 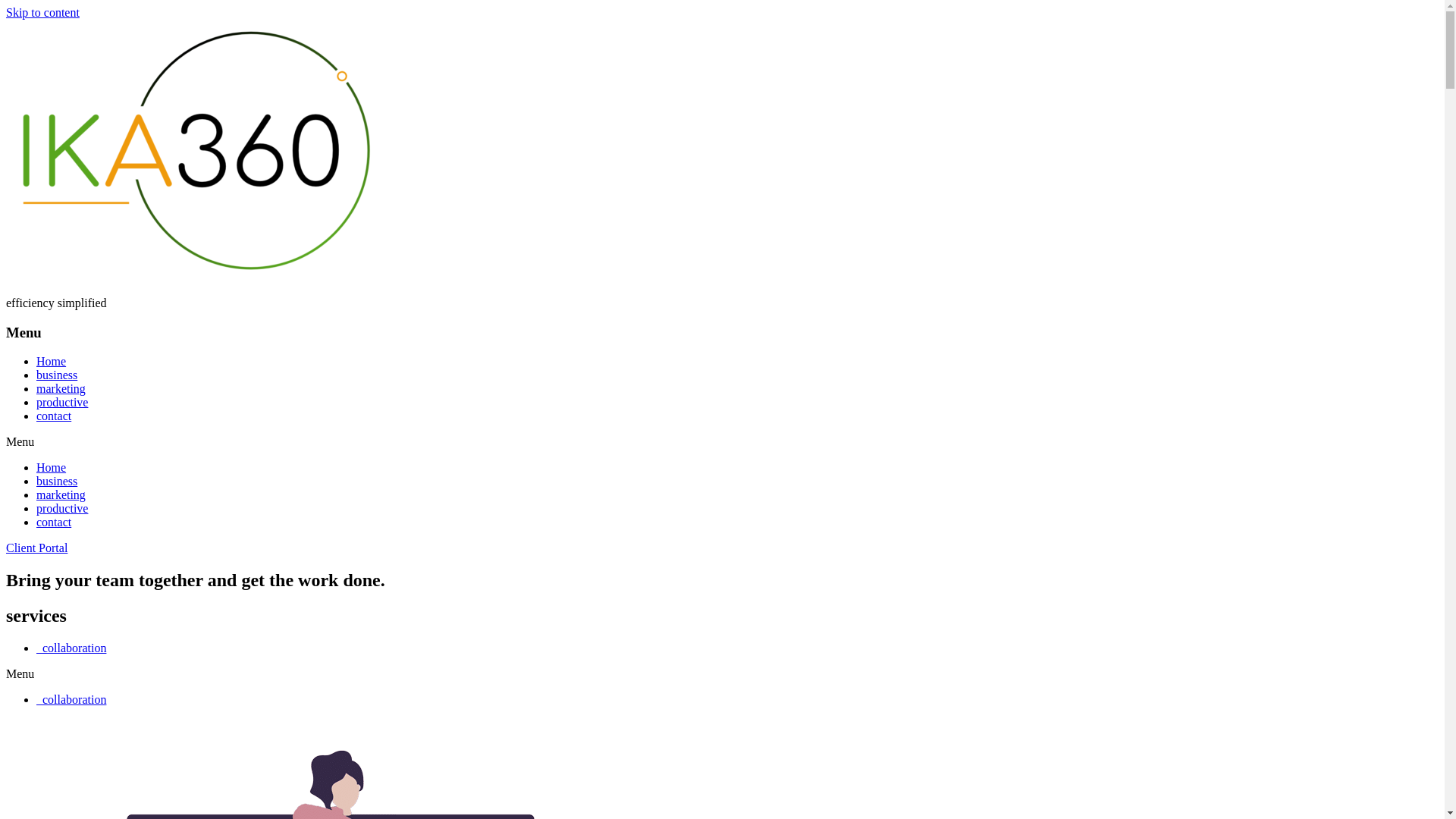 I want to click on 'productive', so click(x=61, y=508).